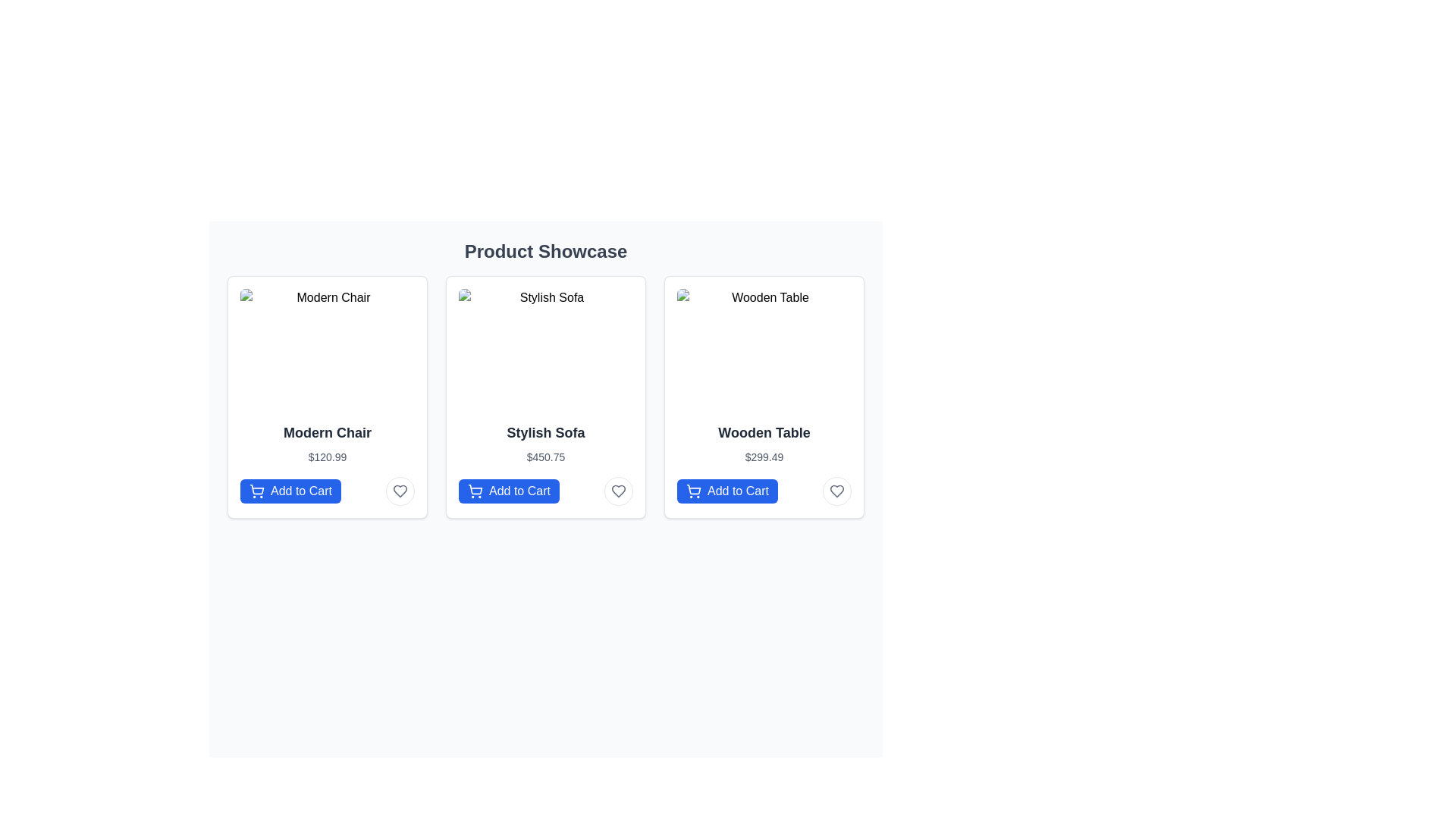 The image size is (1456, 819). Describe the element at coordinates (475, 491) in the screenshot. I see `the 'Add to Cart' button which includes the icon representing the action of adding the product to the shopping cart, located just below the 'Stylish Sofa' product description` at that location.